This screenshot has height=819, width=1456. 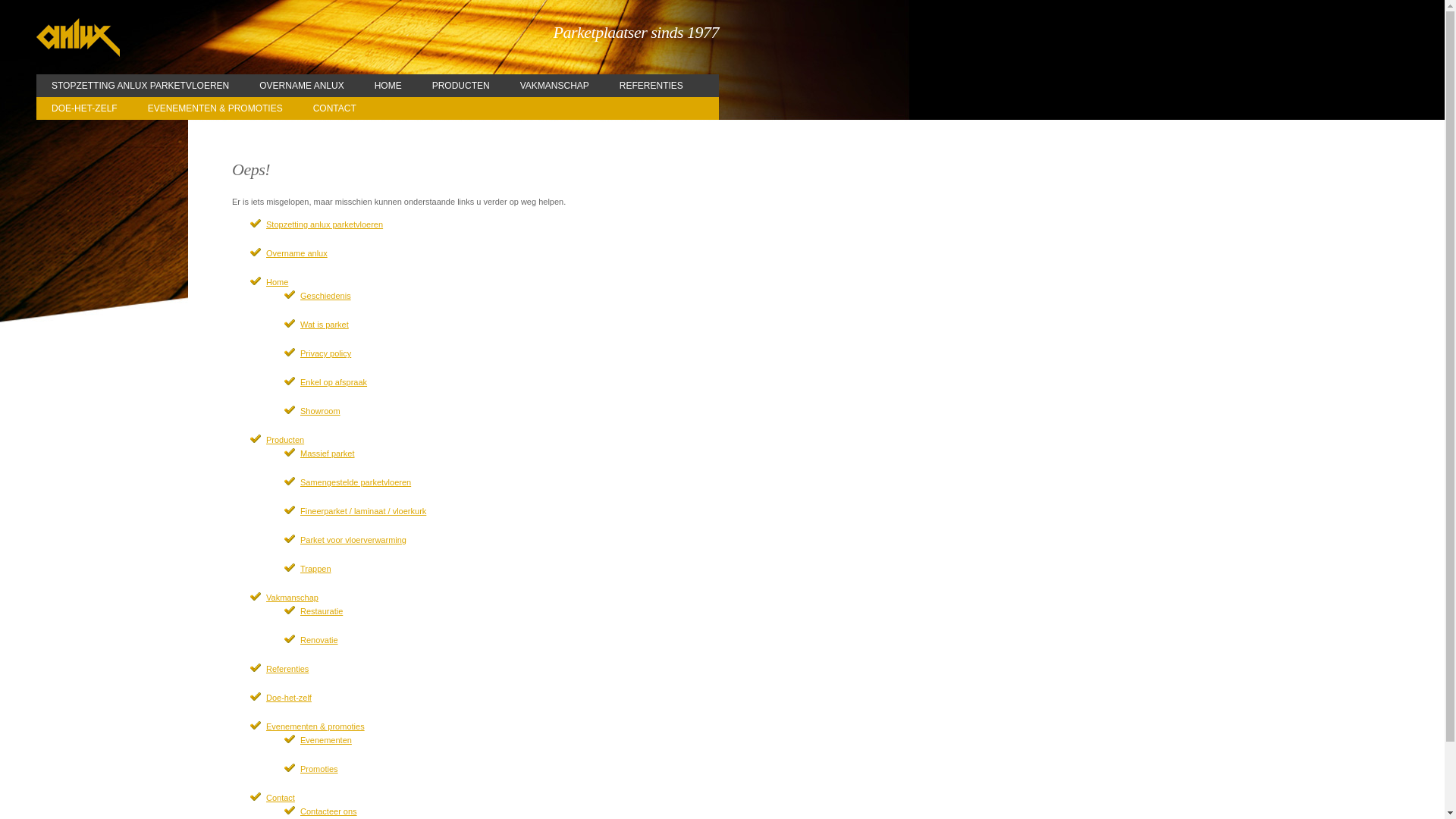 What do you see at coordinates (292, 596) in the screenshot?
I see `'Vakmanschap'` at bounding box center [292, 596].